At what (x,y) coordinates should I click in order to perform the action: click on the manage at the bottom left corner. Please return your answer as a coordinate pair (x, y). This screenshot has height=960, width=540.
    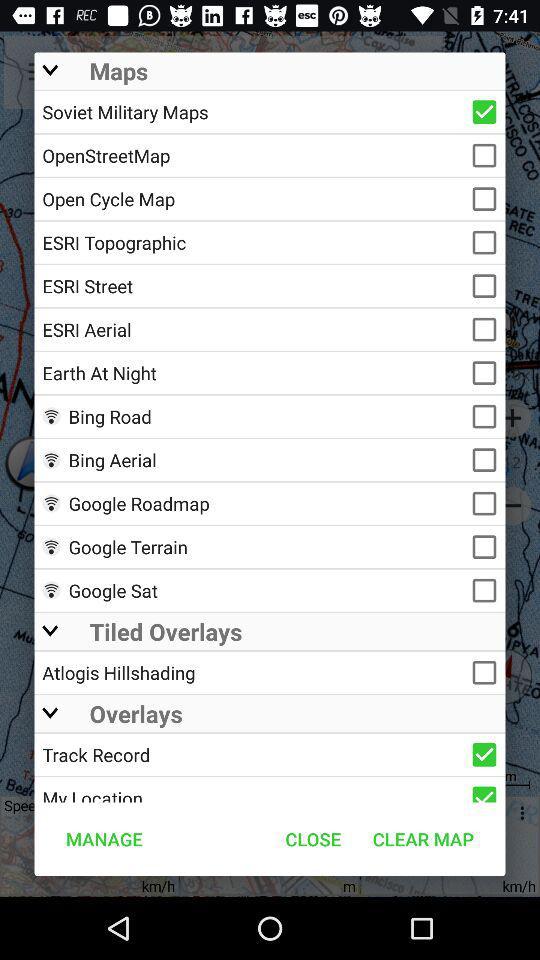
    Looking at the image, I should click on (104, 839).